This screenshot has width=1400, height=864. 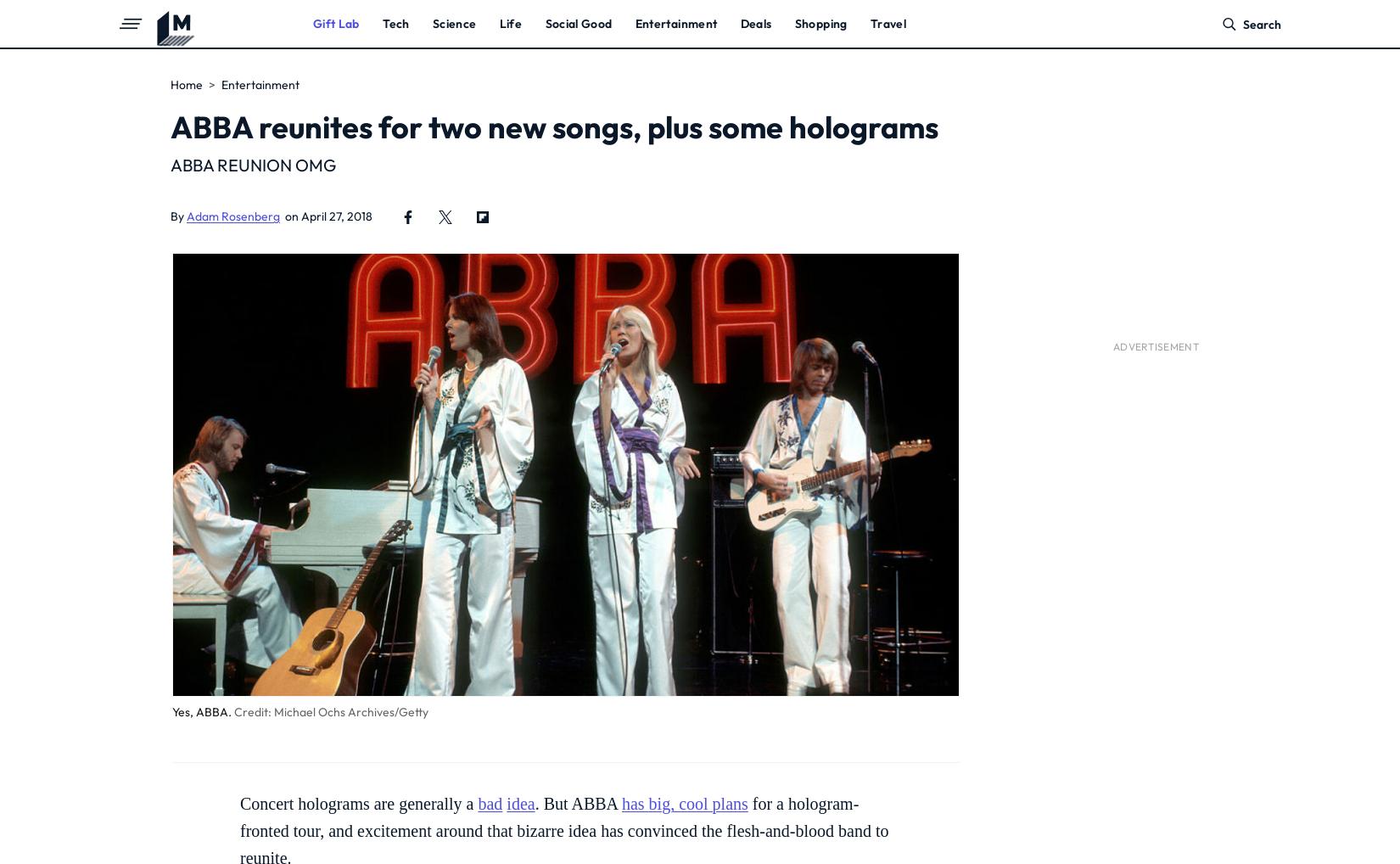 What do you see at coordinates (186, 84) in the screenshot?
I see `'Home'` at bounding box center [186, 84].